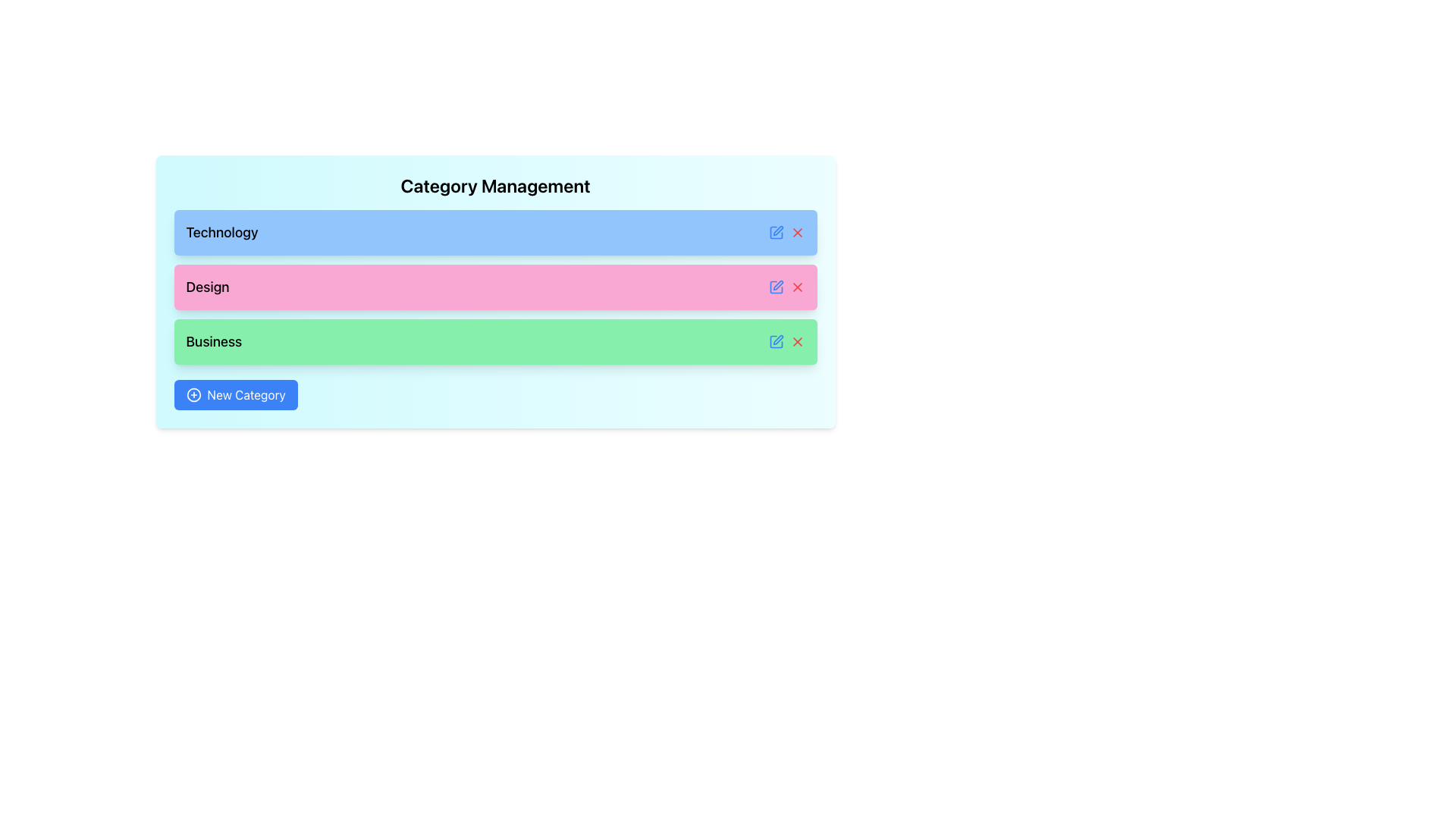 This screenshot has height=819, width=1456. What do you see at coordinates (193, 394) in the screenshot?
I see `the circular blue SVG icon with a plus sign located to the left of the 'New Category' button` at bounding box center [193, 394].